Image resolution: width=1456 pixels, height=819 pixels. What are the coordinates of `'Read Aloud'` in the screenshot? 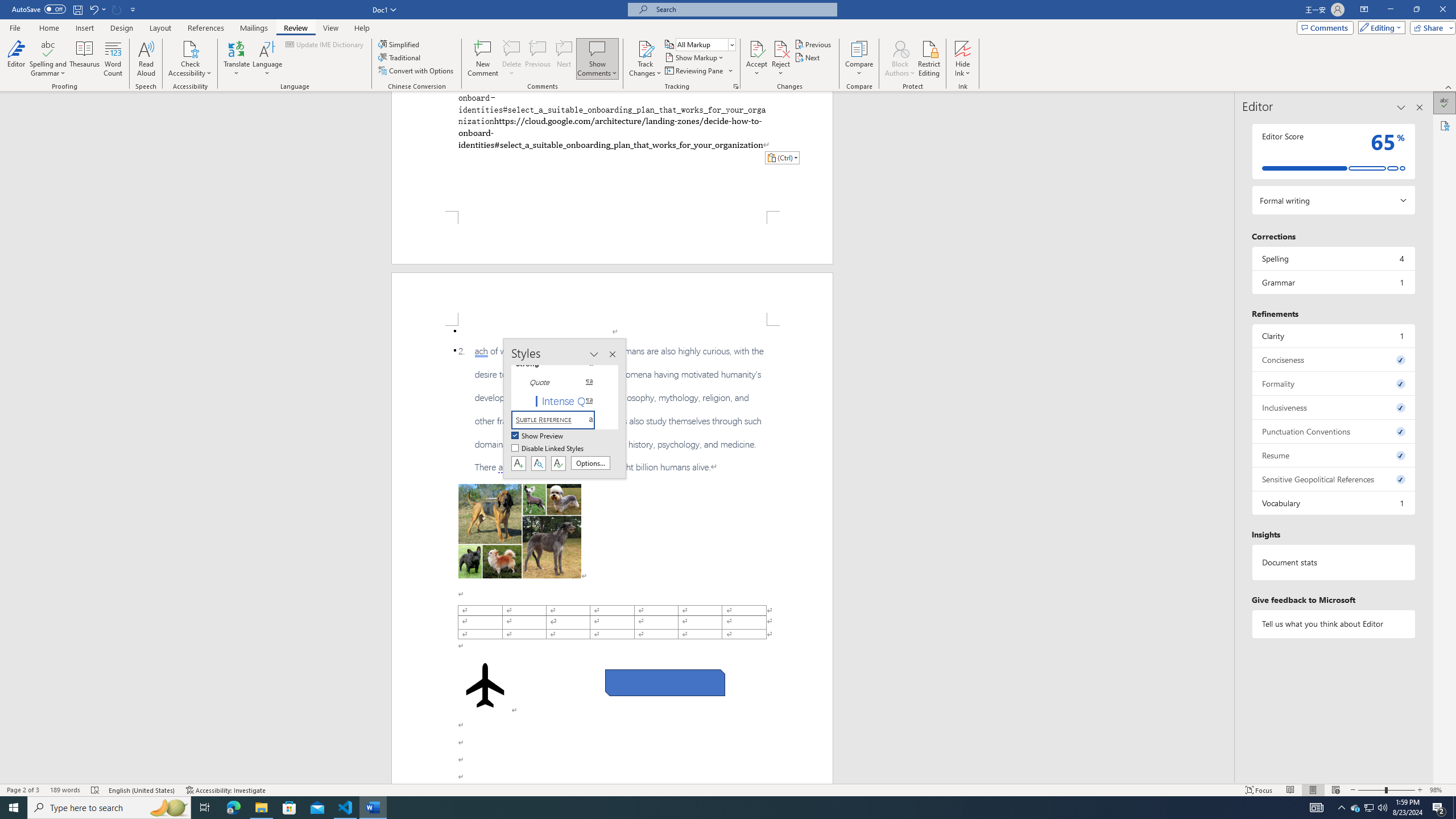 It's located at (146, 59).